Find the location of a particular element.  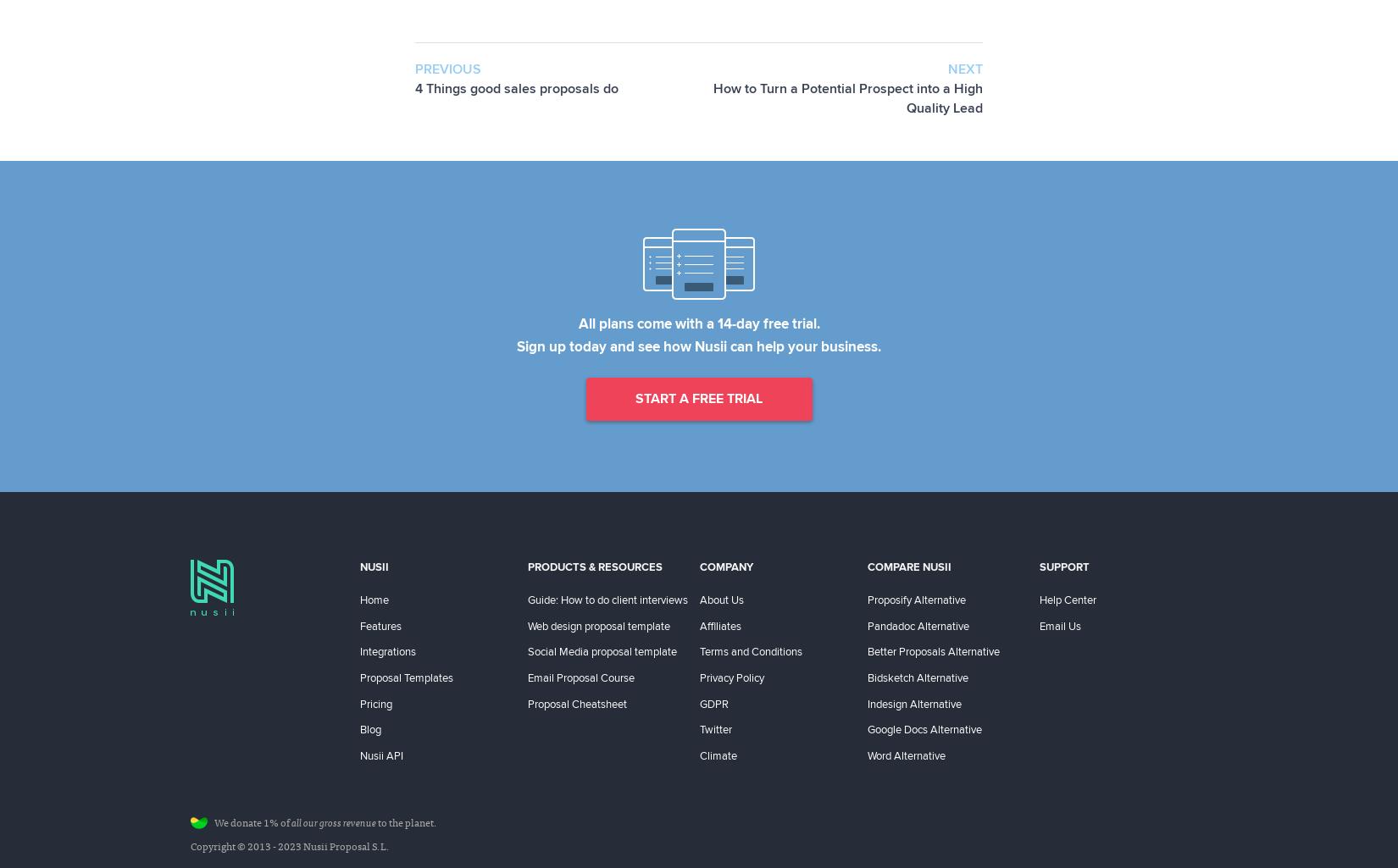

'Email Proposal Course' is located at coordinates (527, 675).